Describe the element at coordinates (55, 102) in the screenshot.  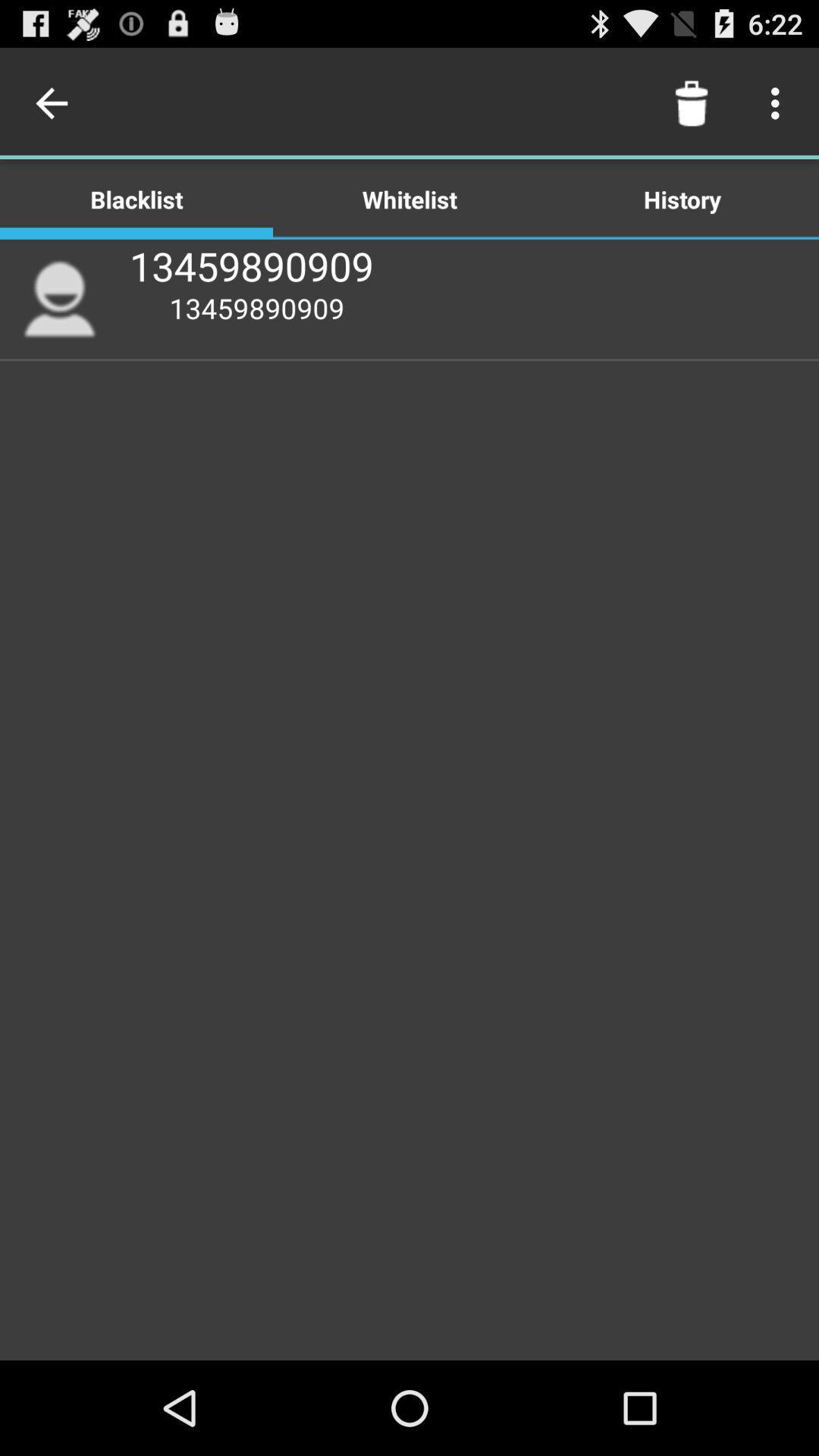
I see `the item next to the whitelist icon` at that location.